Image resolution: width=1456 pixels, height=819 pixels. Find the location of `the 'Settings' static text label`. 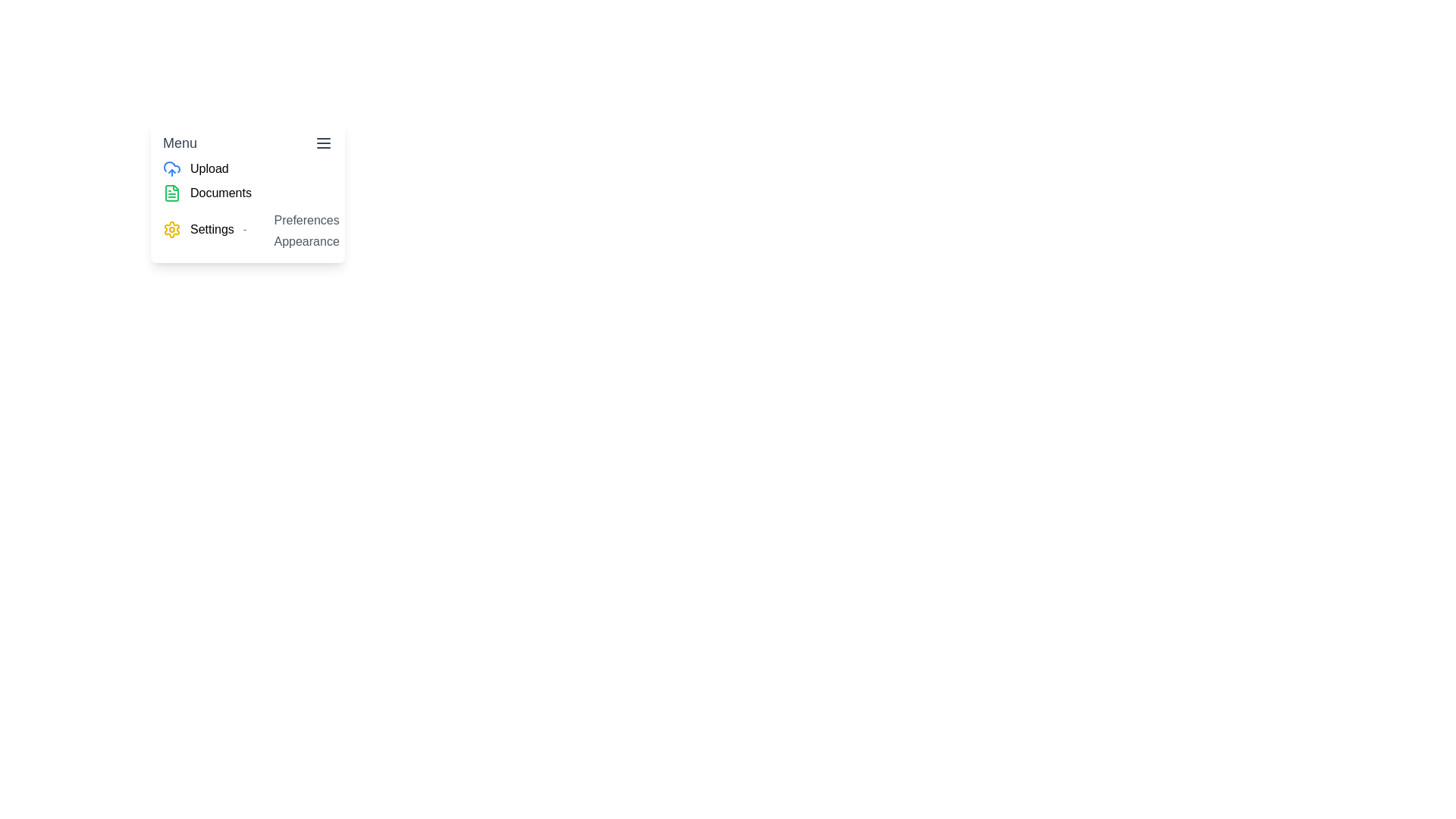

the 'Settings' static text label is located at coordinates (211, 230).